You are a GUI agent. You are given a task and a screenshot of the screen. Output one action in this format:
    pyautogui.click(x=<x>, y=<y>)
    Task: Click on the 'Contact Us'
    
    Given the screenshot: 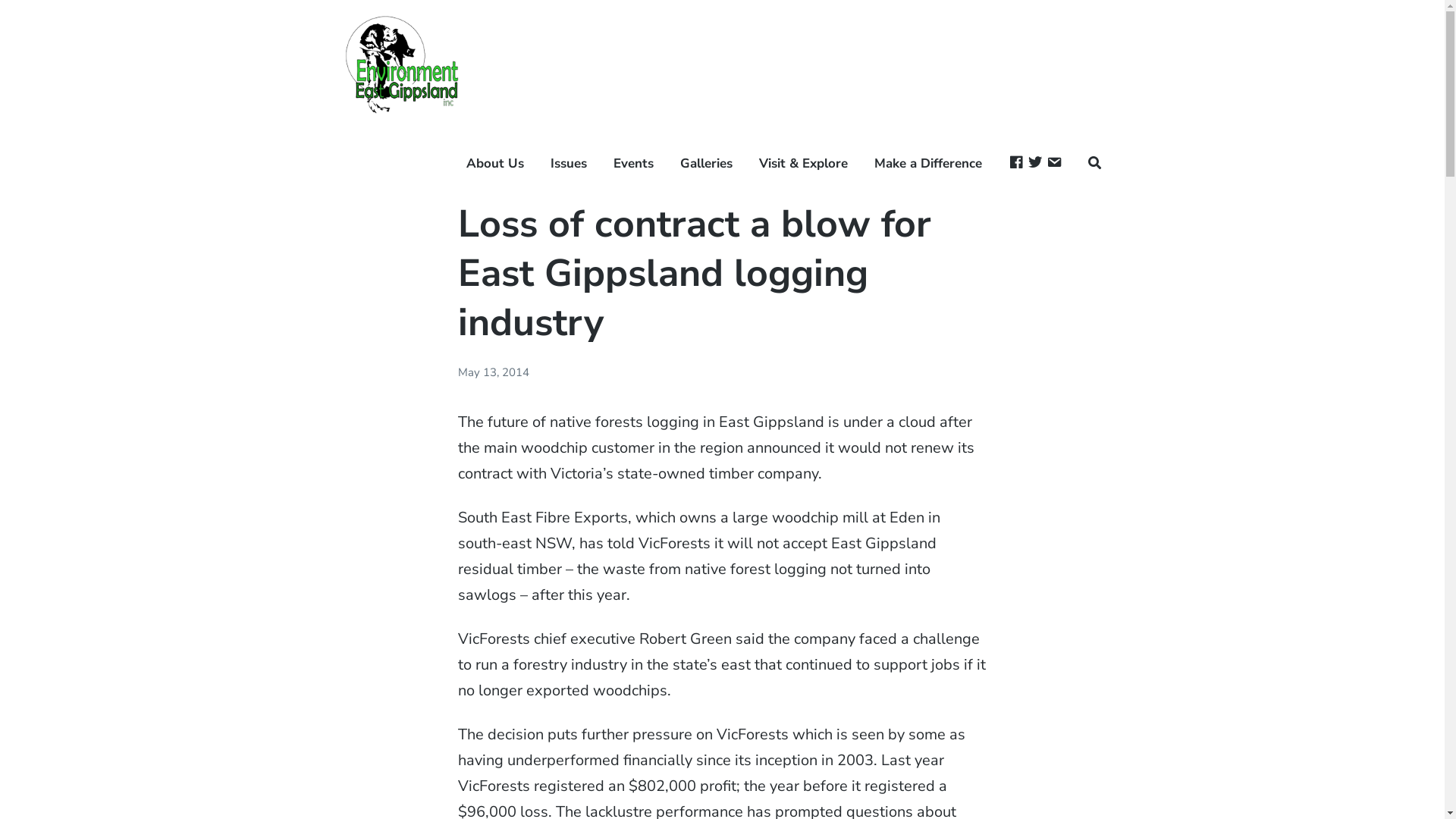 What is the action you would take?
    pyautogui.click(x=1053, y=164)
    